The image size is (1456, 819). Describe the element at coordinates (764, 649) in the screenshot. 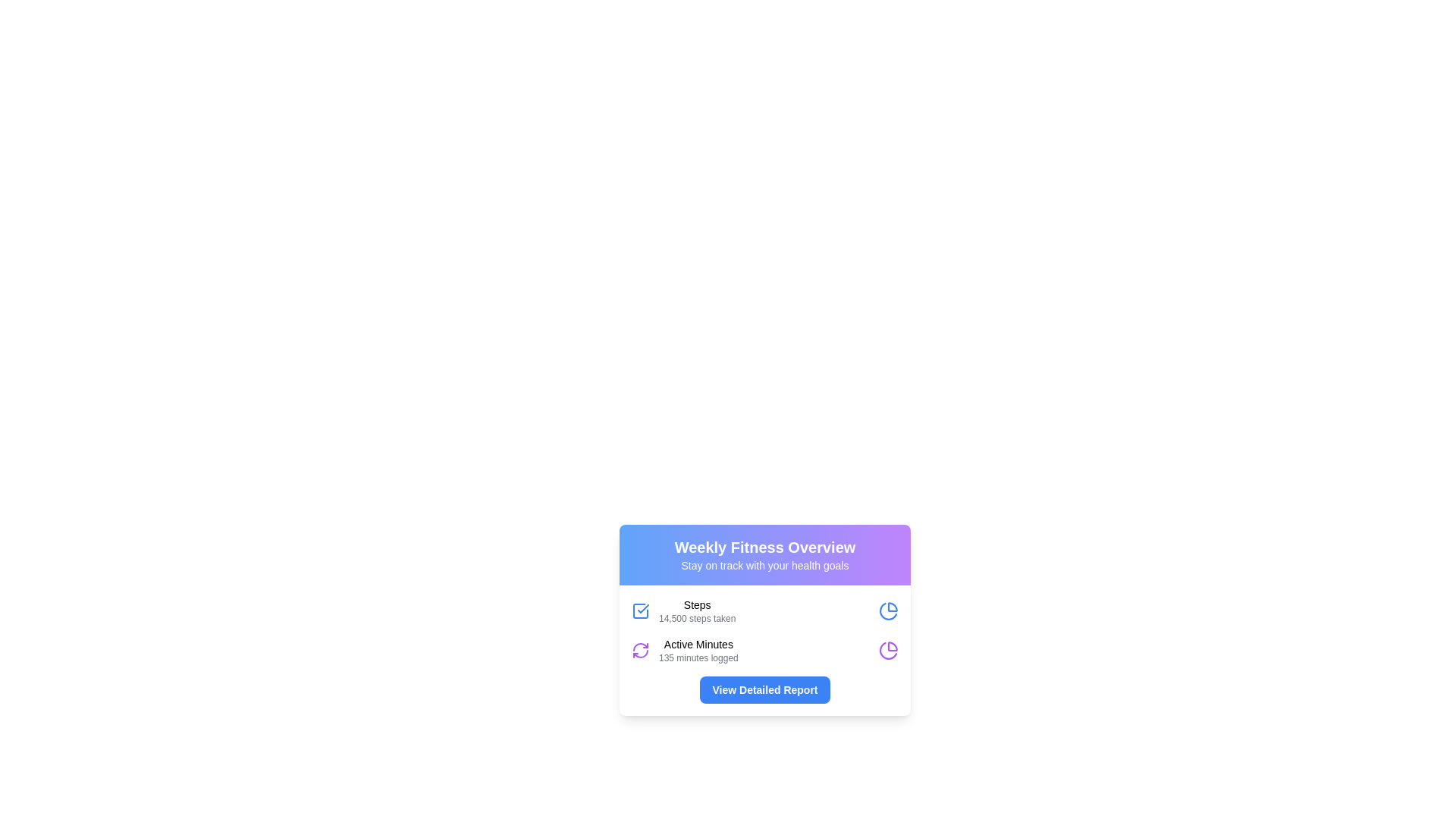

I see `fitness-related data displayed on the Information Display Panel located in the 'Weekly Fitness Overview' card, which shows total steps taken and active minutes logged for the week` at that location.